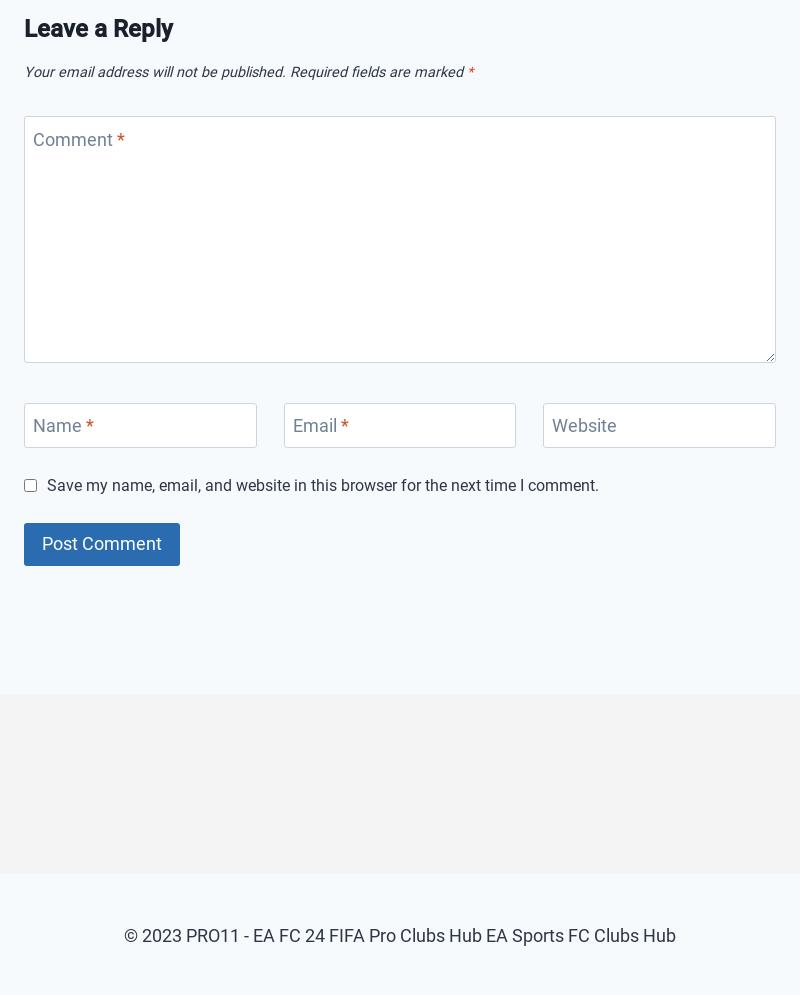 Image resolution: width=800 pixels, height=995 pixels. What do you see at coordinates (33, 424) in the screenshot?
I see `'Name'` at bounding box center [33, 424].